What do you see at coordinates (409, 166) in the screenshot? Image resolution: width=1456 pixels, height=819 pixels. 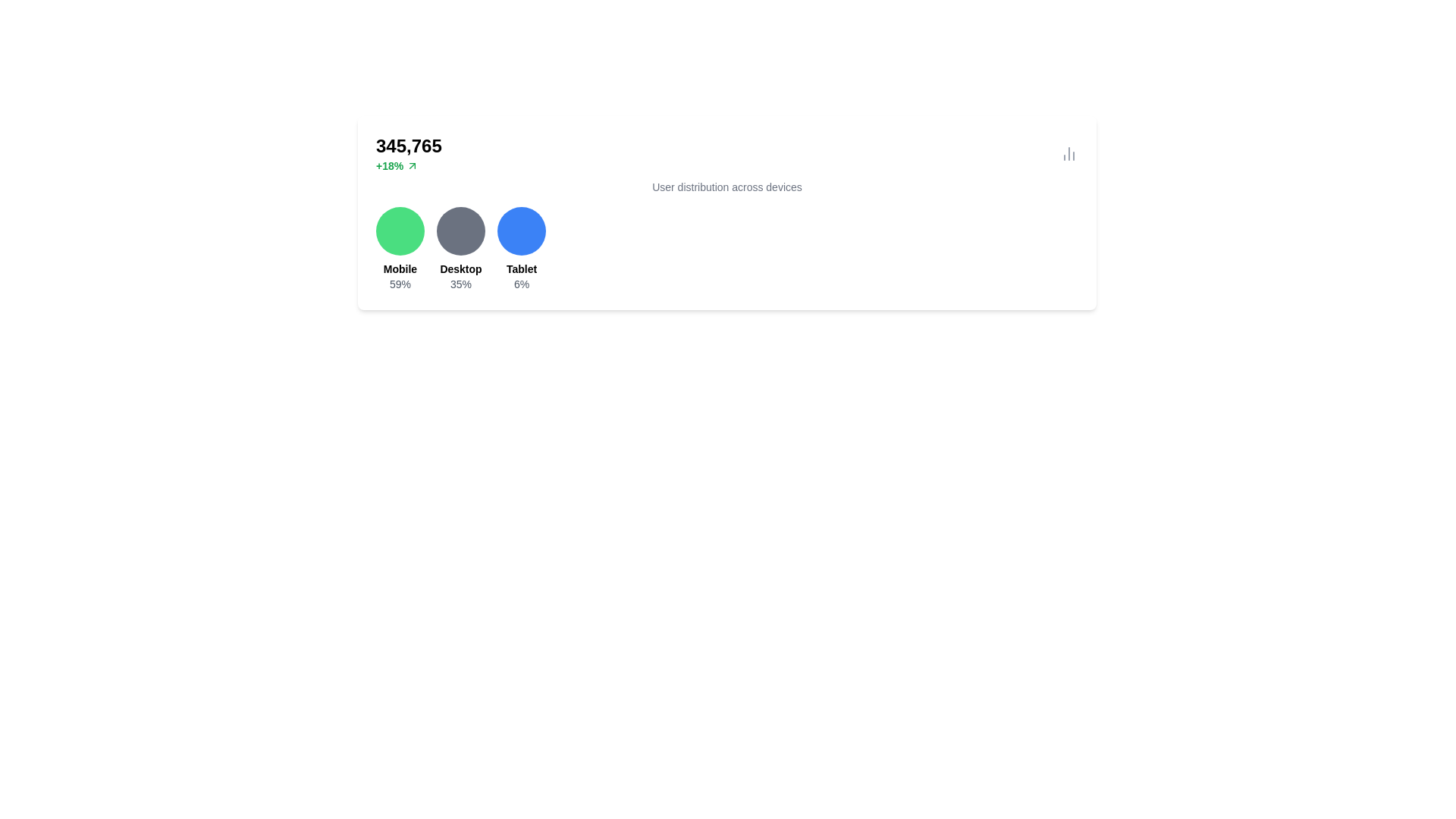 I see `the text '+18%' with a green color and upward arrow icon, located below the number '345,765'` at bounding box center [409, 166].